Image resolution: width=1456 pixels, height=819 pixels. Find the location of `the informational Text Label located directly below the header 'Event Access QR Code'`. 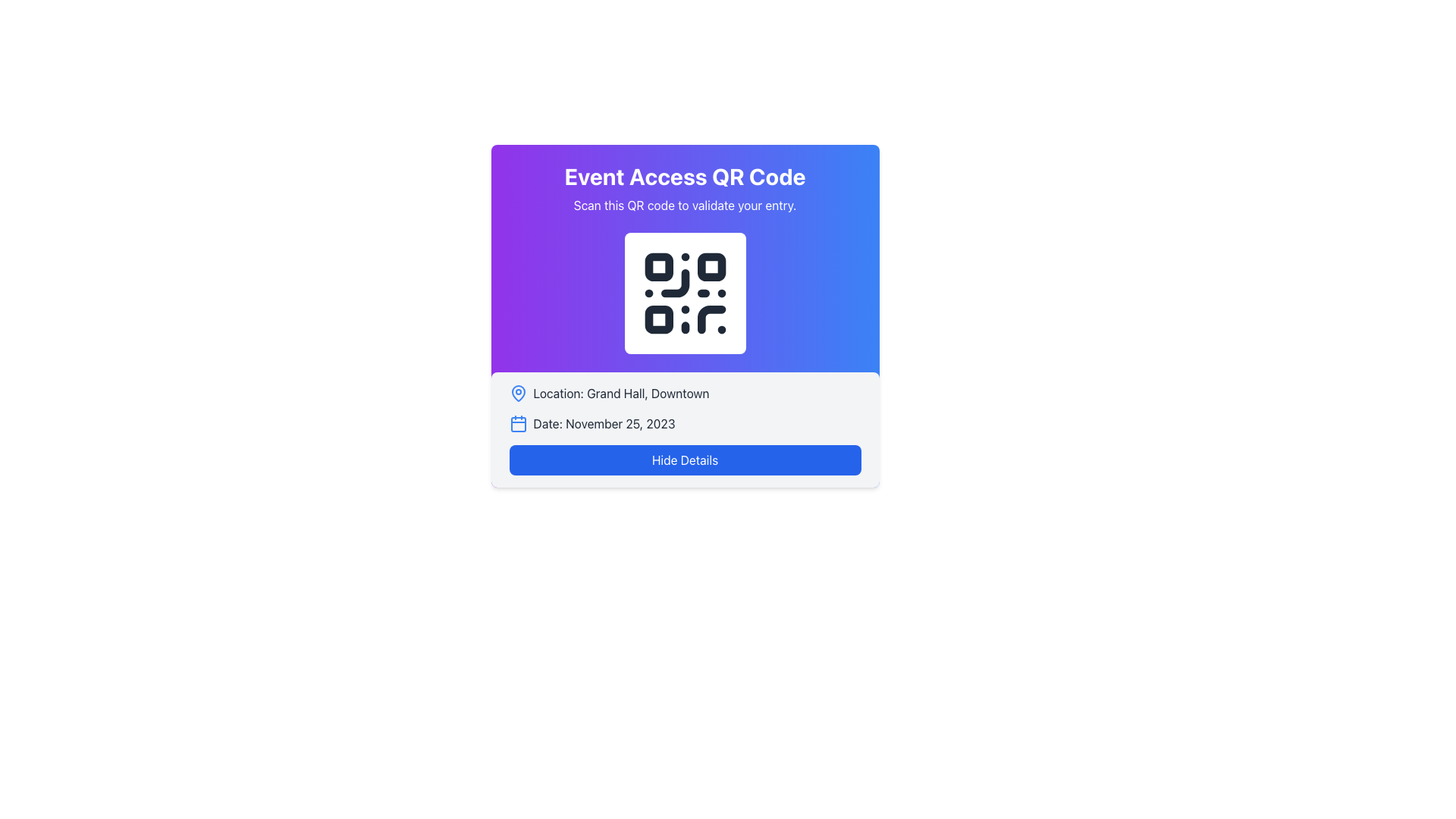

the informational Text Label located directly below the header 'Event Access QR Code' is located at coordinates (684, 205).